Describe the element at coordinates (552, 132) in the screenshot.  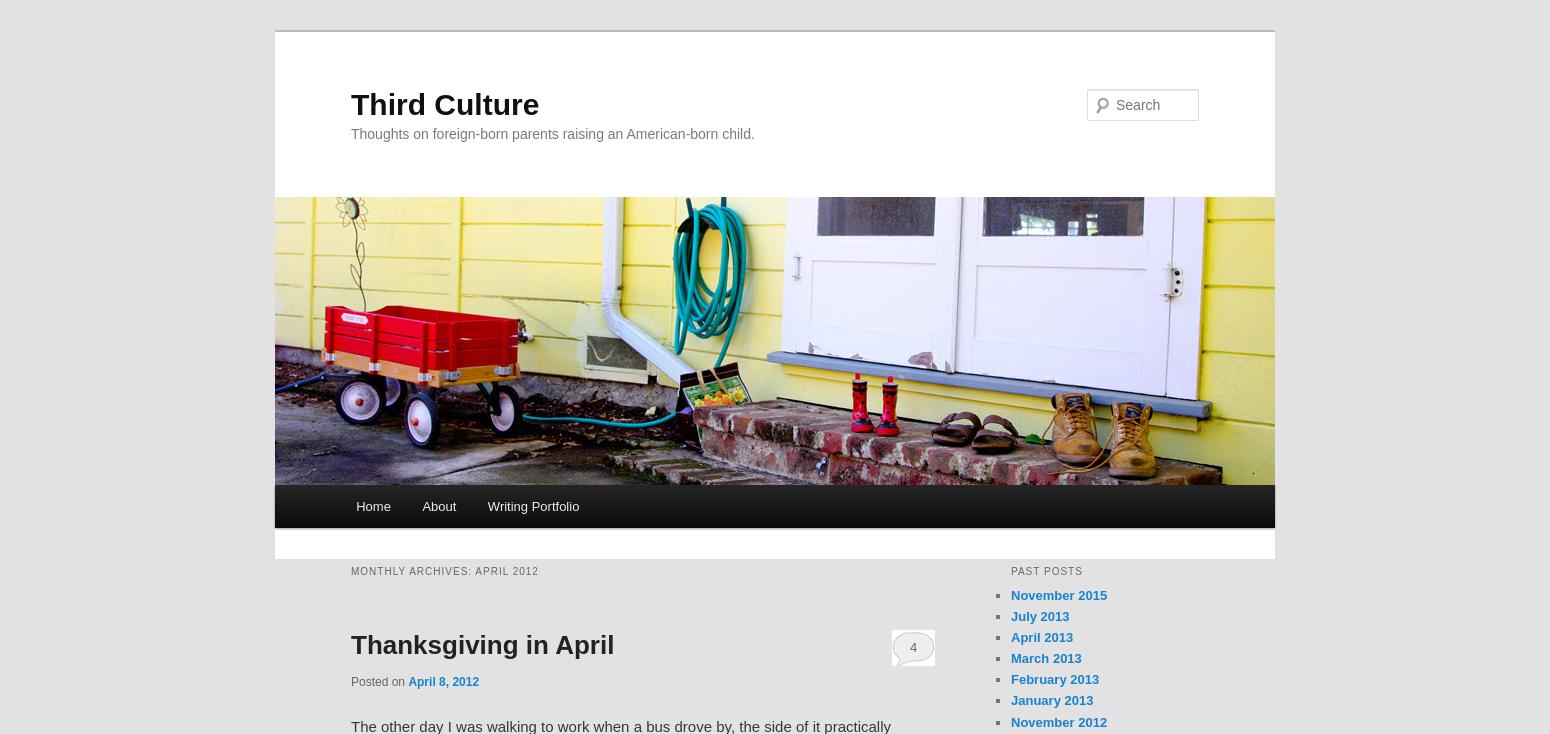
I see `'Thoughts on foreign-born parents raising an American-born child.'` at that location.